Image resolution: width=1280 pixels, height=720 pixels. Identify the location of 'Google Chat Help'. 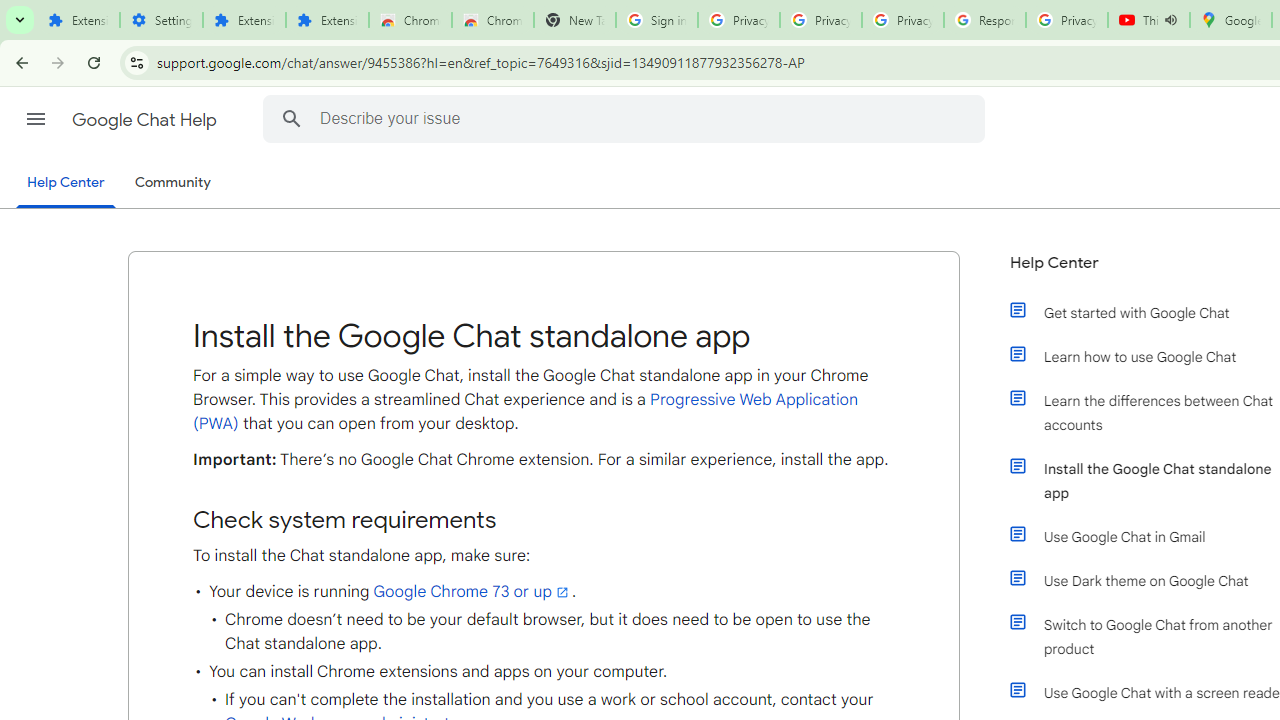
(145, 119).